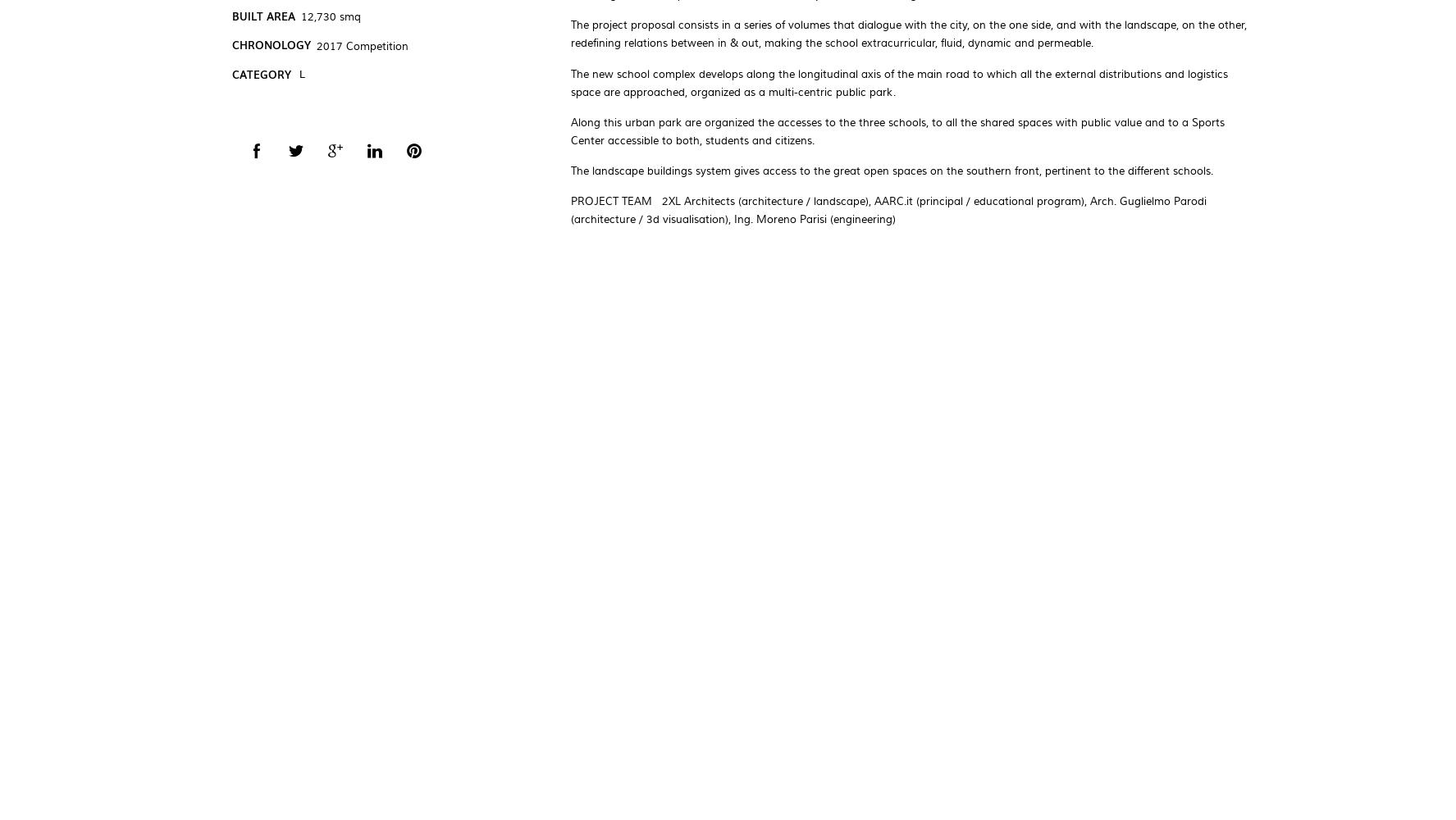  What do you see at coordinates (269, 44) in the screenshot?
I see `'Chronology'` at bounding box center [269, 44].